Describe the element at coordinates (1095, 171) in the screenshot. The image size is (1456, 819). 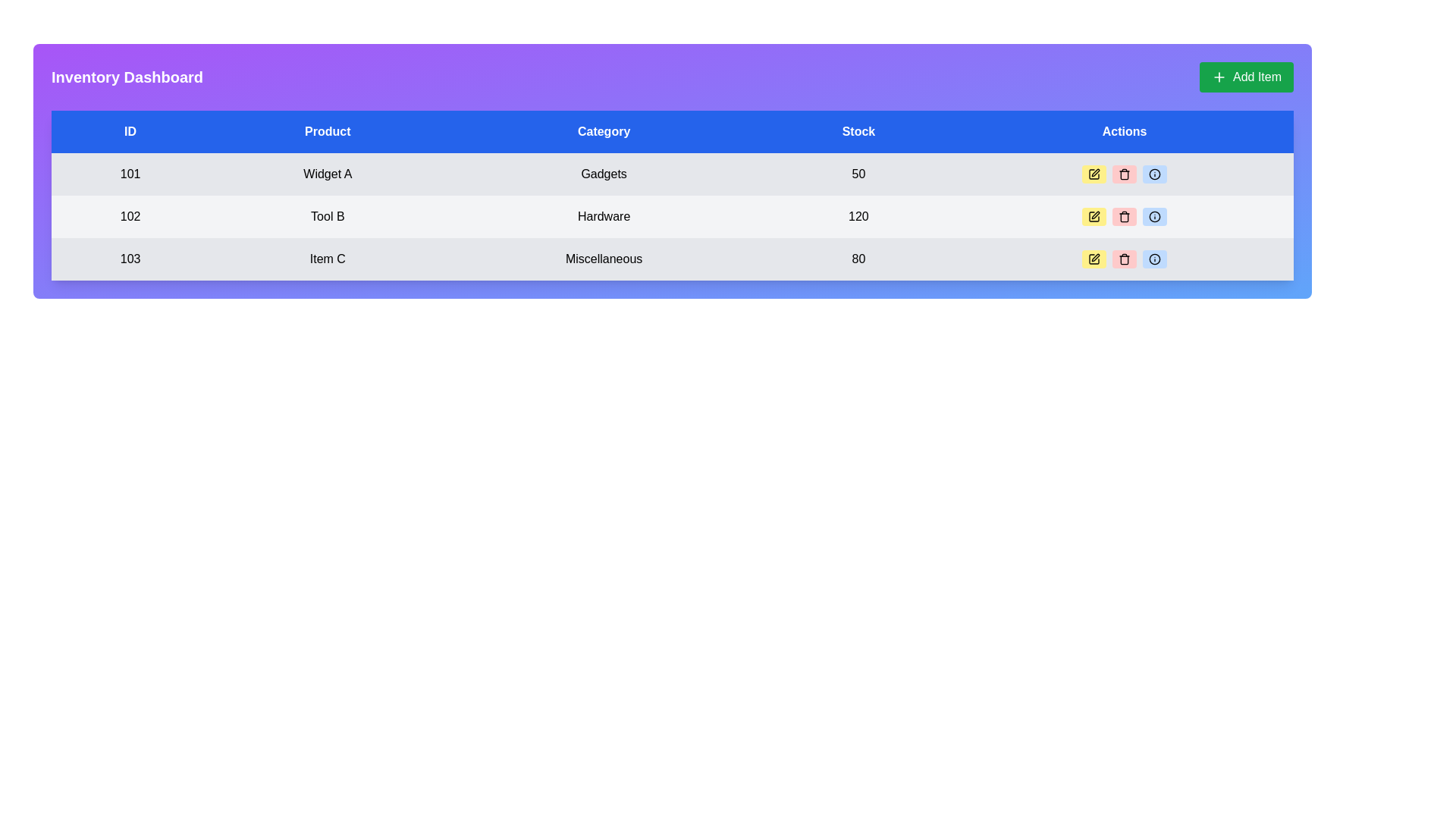
I see `the pen icon button, which has a yellow background and is located in the 'Actions' column of the first row in the data table` at that location.